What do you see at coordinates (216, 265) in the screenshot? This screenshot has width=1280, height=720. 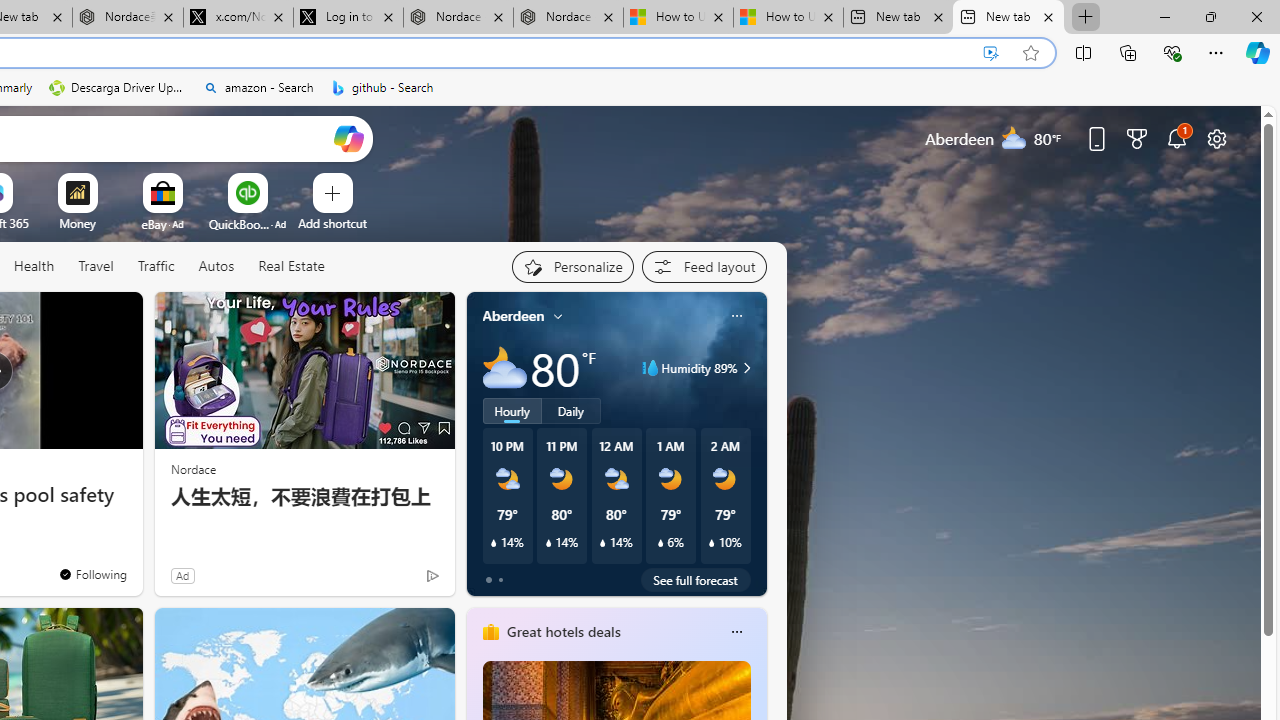 I see `'Autos'` at bounding box center [216, 265].